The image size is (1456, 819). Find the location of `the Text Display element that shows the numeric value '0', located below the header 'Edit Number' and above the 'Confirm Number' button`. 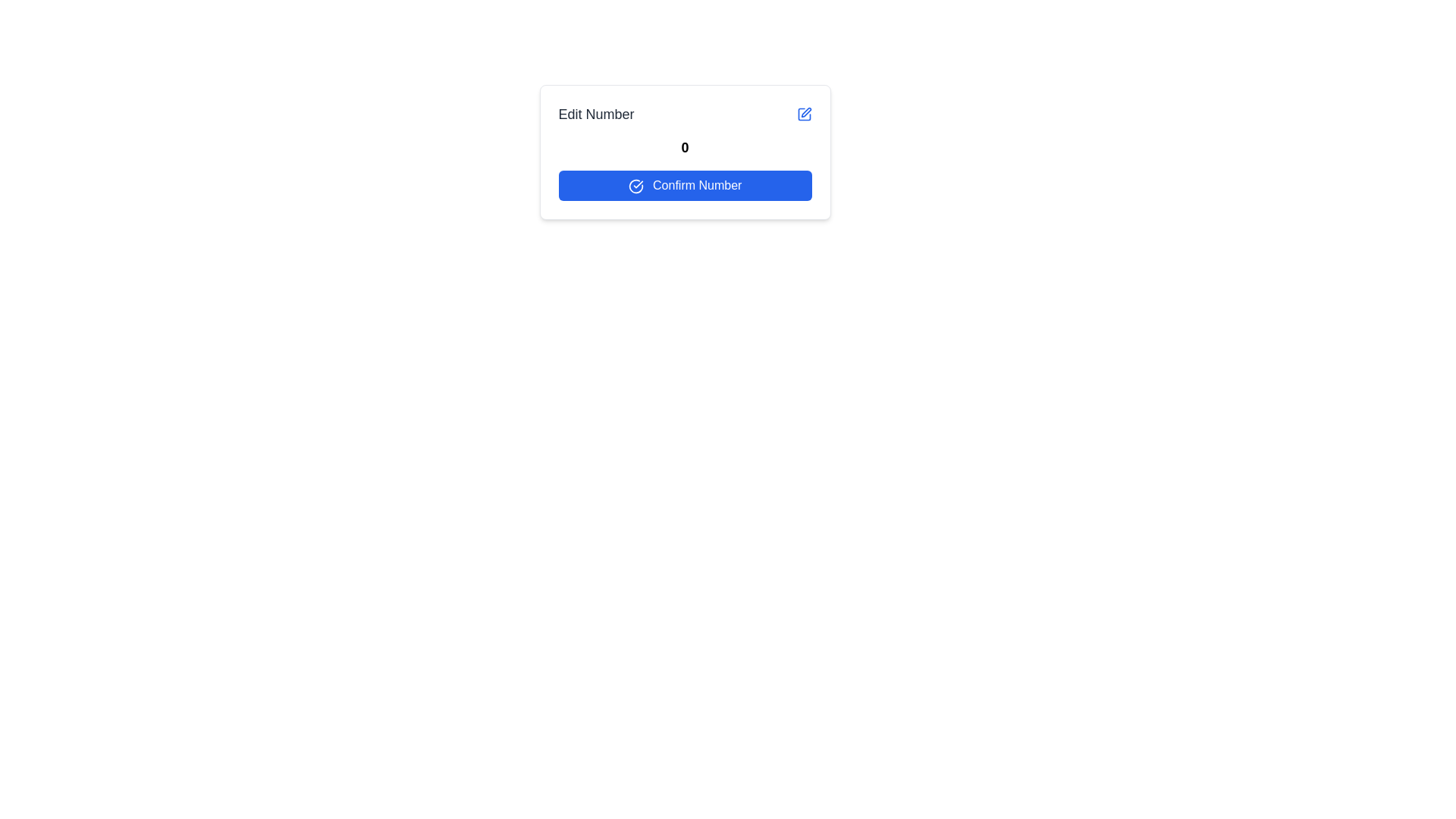

the Text Display element that shows the numeric value '0', located below the header 'Edit Number' and above the 'Confirm Number' button is located at coordinates (684, 148).